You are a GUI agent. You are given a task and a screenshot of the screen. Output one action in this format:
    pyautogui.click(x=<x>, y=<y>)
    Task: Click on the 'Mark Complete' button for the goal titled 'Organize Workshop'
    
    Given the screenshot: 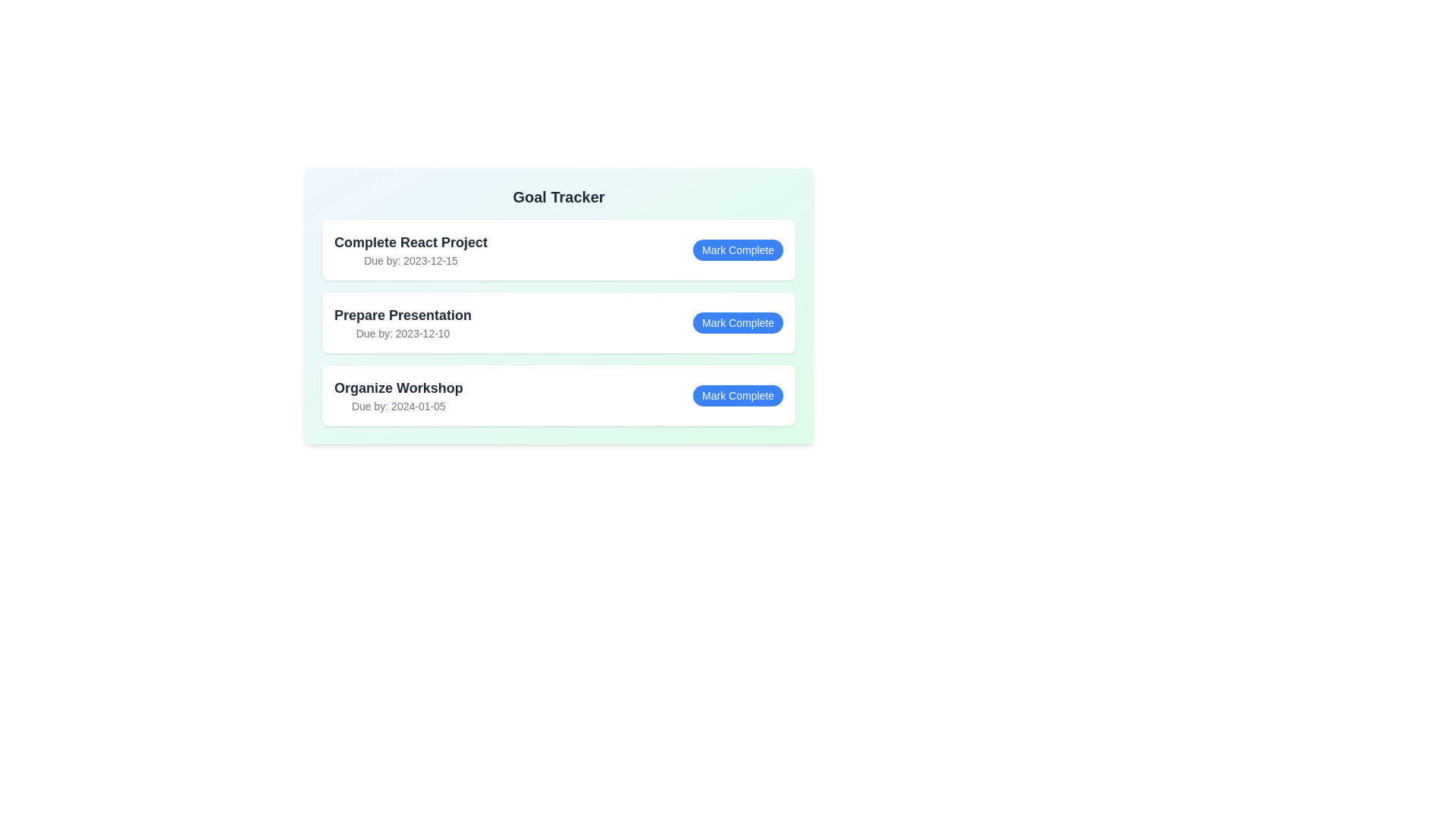 What is the action you would take?
    pyautogui.click(x=738, y=394)
    